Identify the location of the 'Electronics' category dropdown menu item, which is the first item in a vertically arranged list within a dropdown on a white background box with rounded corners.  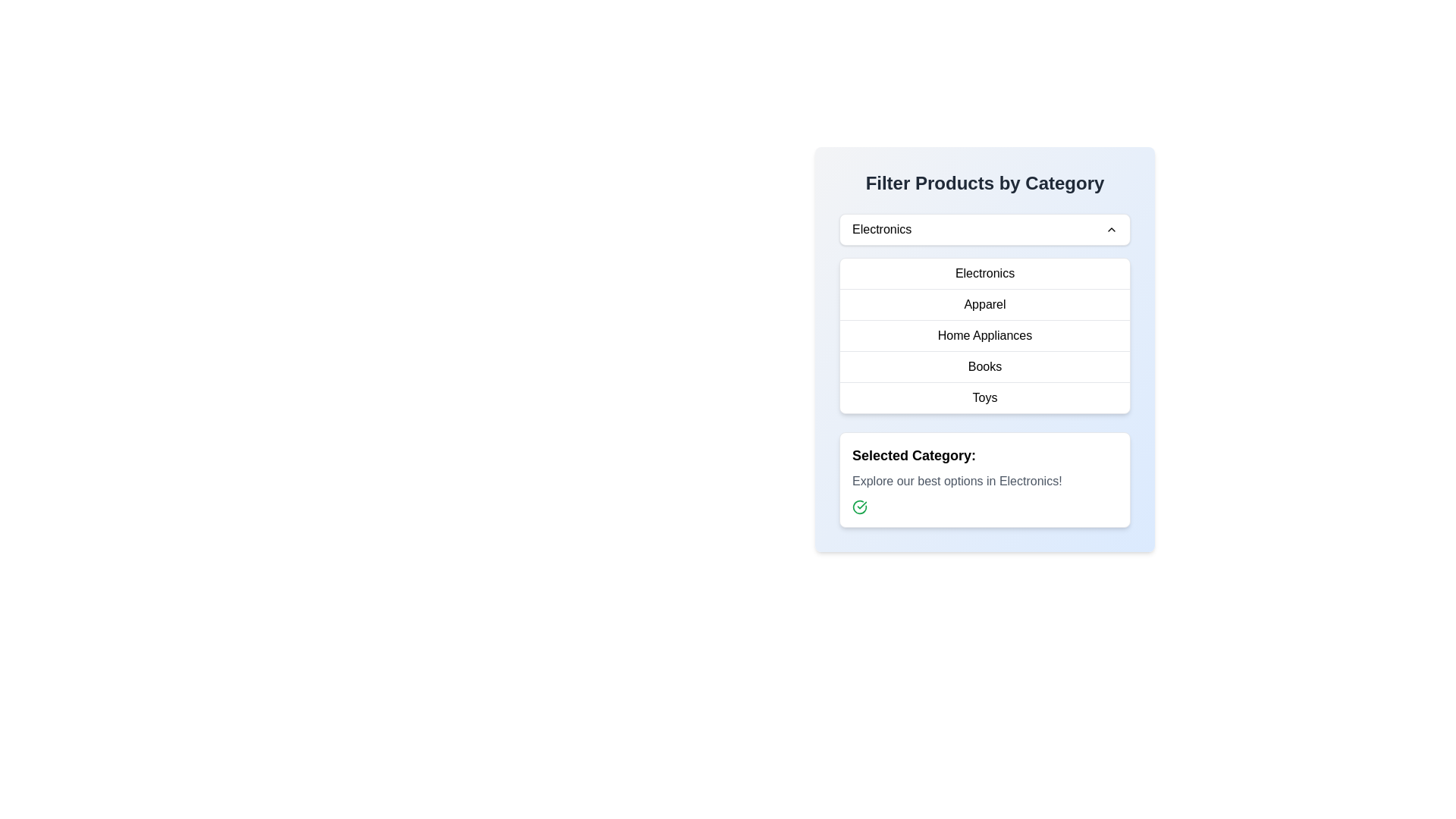
(985, 274).